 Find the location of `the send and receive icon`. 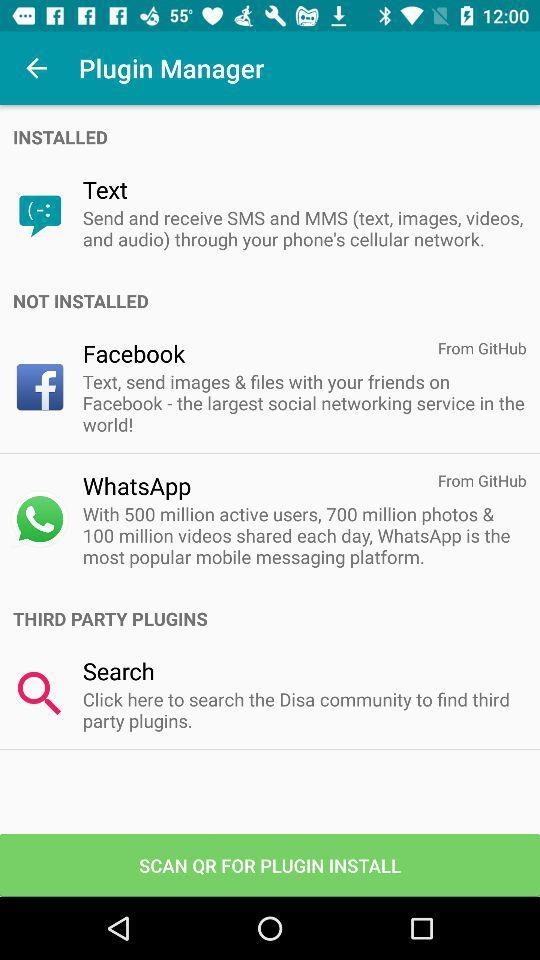

the send and receive icon is located at coordinates (303, 228).